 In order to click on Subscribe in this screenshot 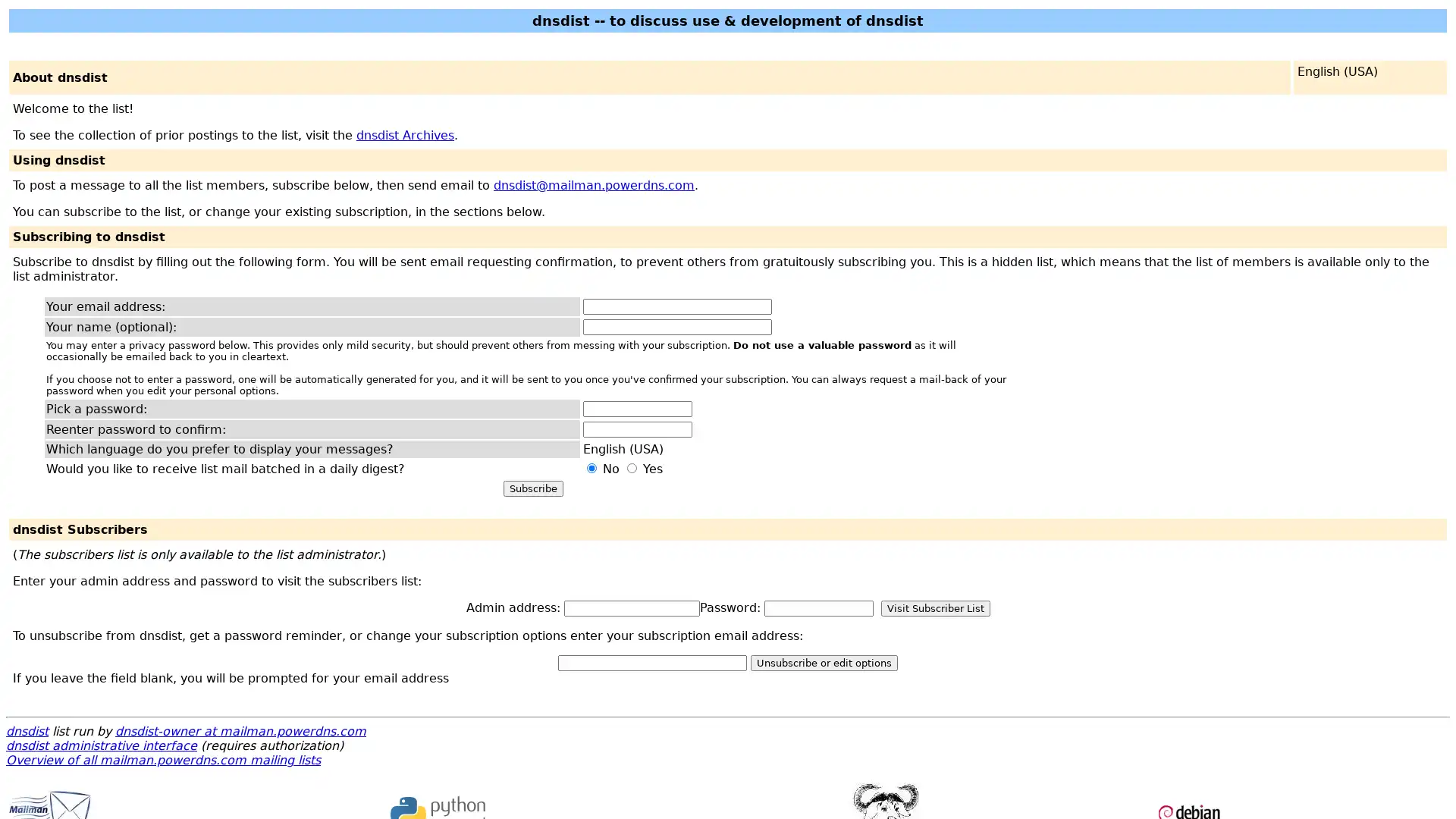, I will do `click(532, 488)`.